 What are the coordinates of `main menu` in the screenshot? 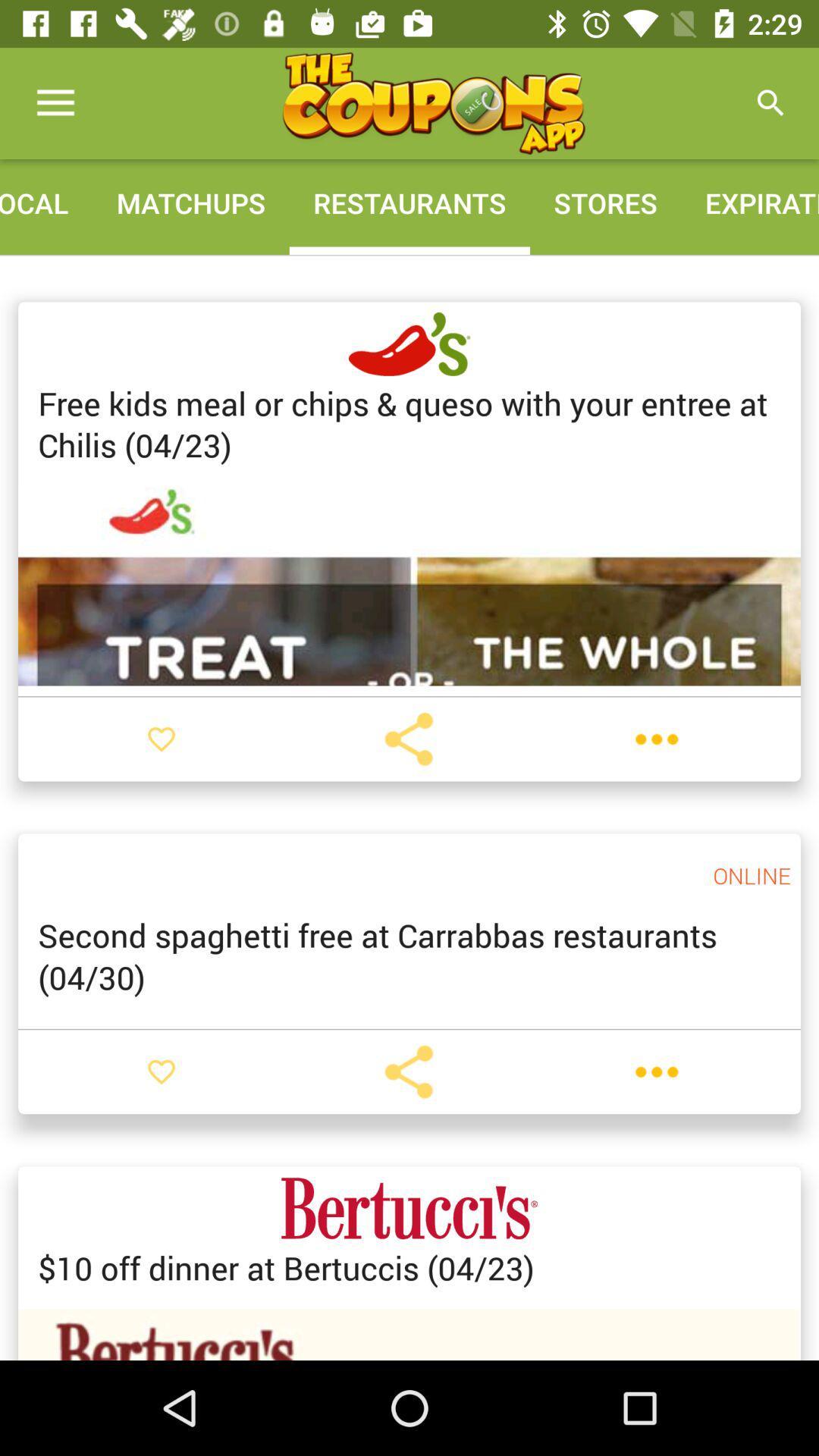 It's located at (433, 102).